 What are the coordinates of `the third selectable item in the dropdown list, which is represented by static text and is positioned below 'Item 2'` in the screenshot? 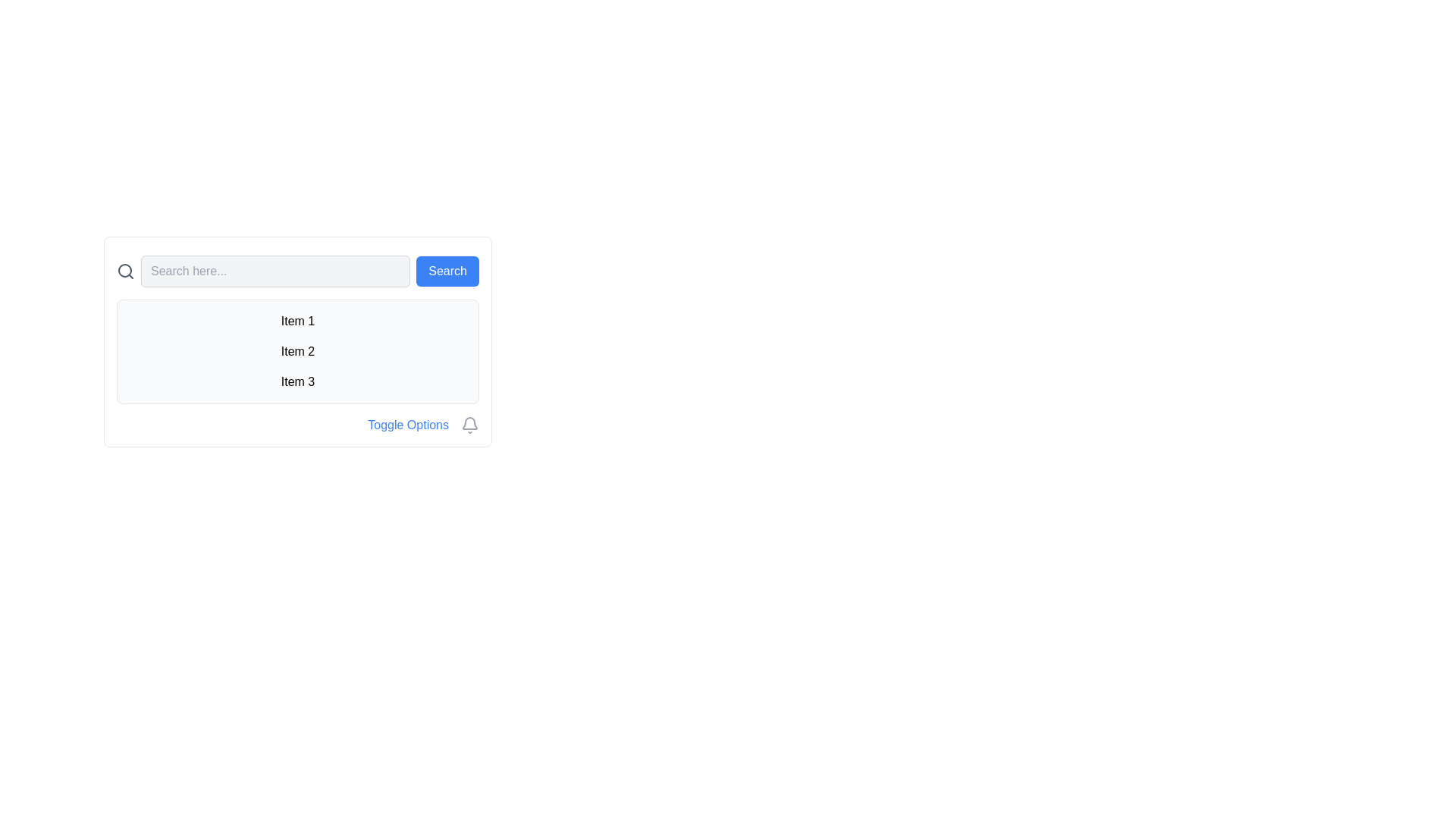 It's located at (298, 381).